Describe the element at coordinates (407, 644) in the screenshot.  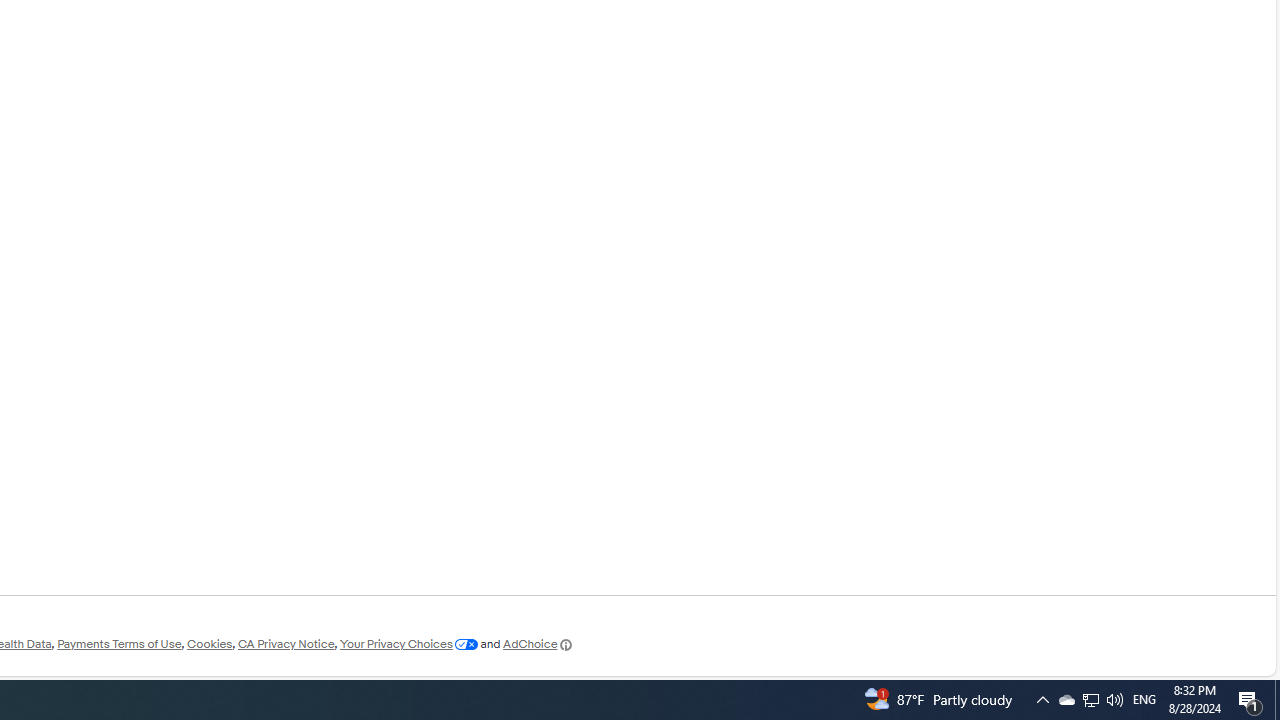
I see `'Your Privacy Choices'` at that location.